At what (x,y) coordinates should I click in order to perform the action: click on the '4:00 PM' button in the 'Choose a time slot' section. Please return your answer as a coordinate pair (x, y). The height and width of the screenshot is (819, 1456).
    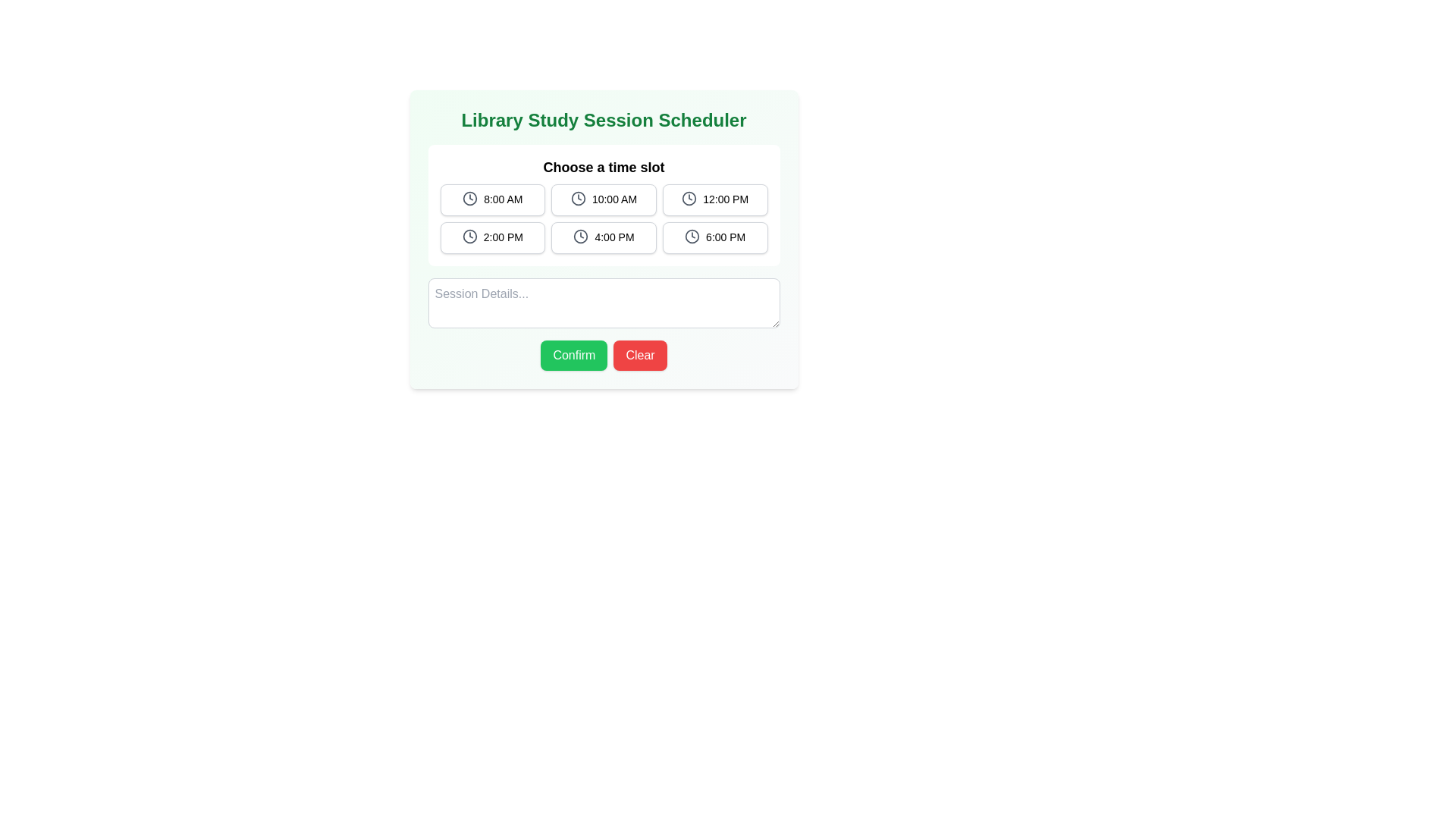
    Looking at the image, I should click on (603, 237).